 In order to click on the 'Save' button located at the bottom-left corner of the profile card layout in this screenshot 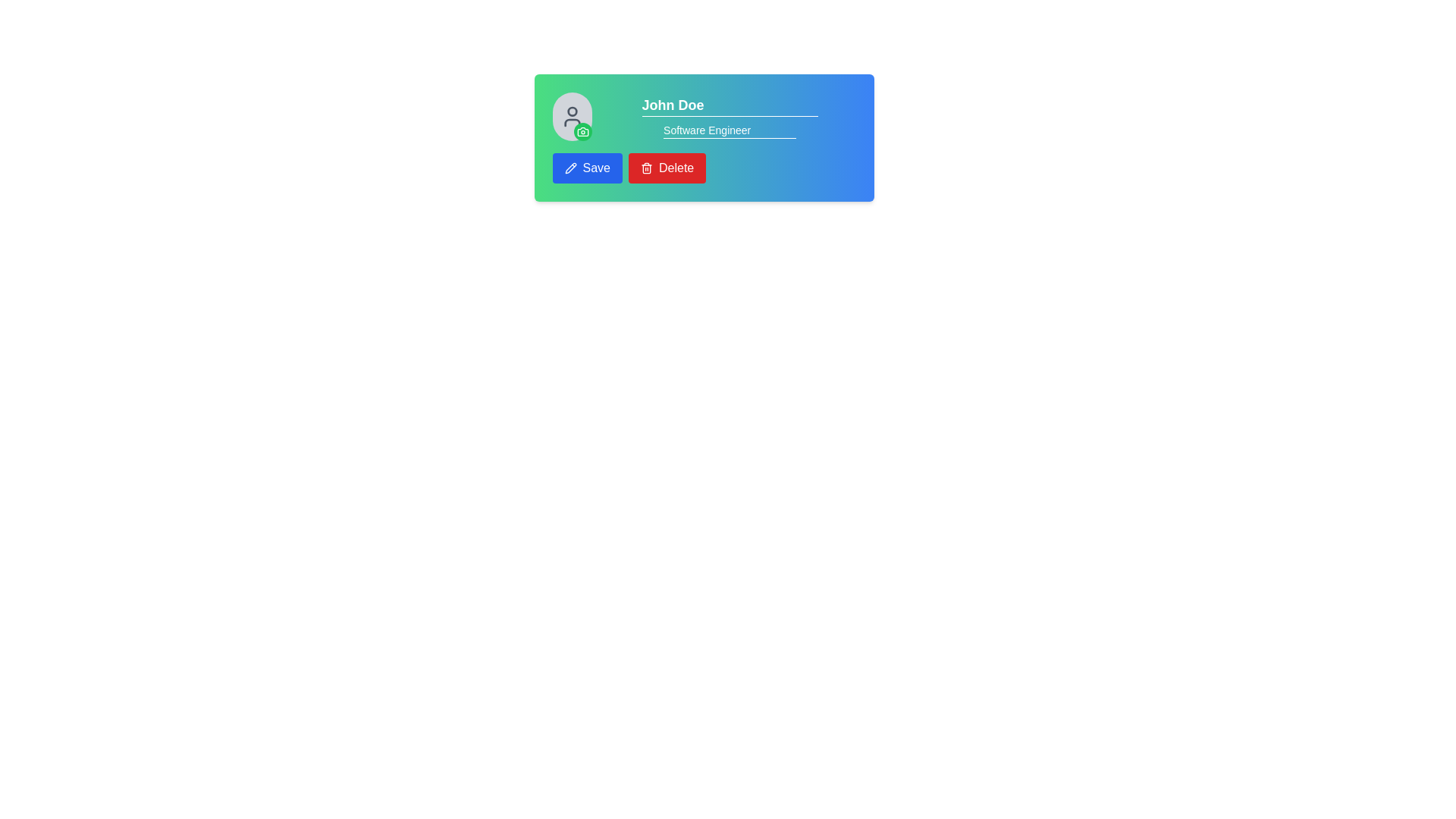, I will do `click(586, 168)`.